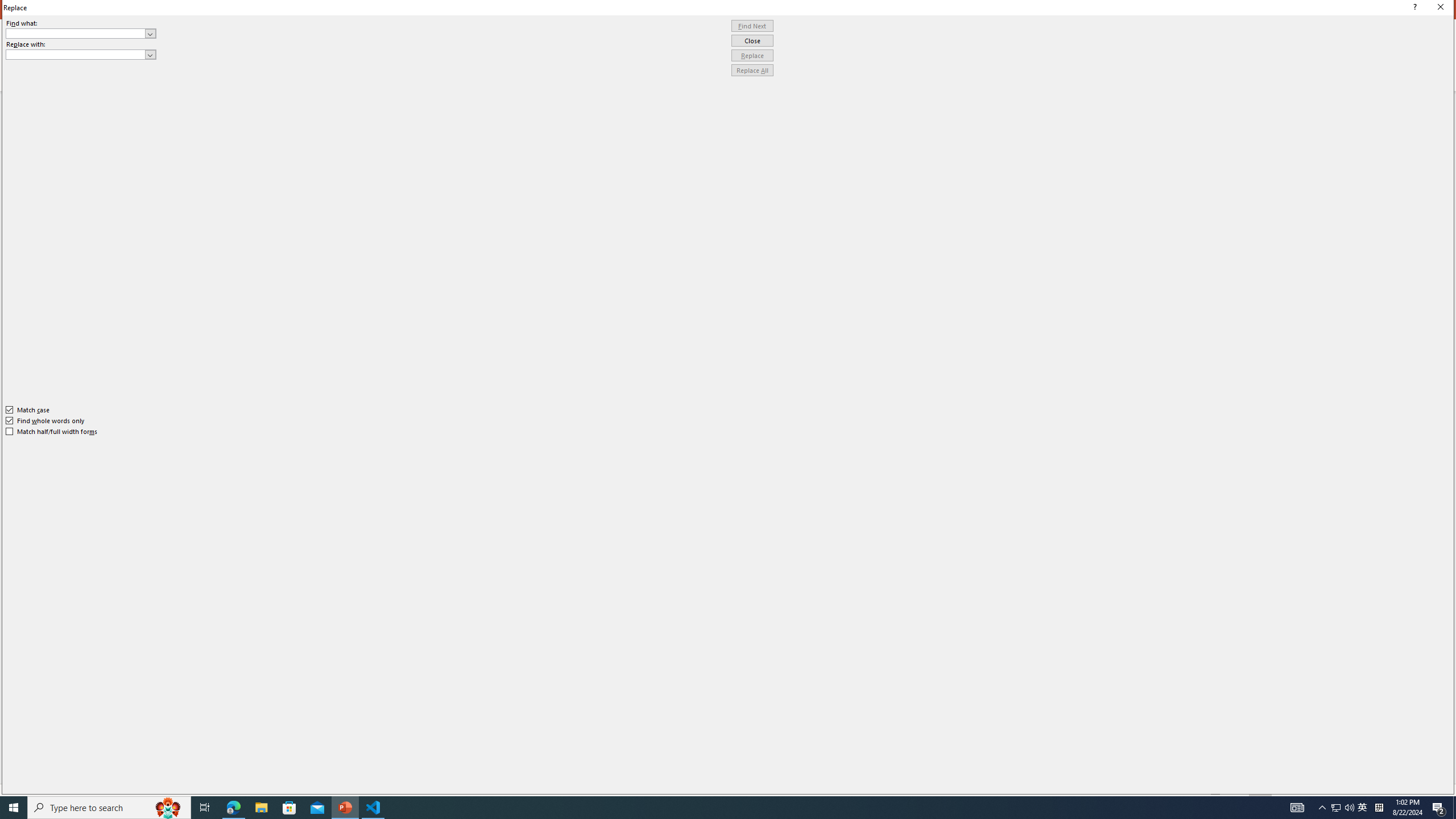  Describe the element at coordinates (76, 54) in the screenshot. I see `'Replace with'` at that location.